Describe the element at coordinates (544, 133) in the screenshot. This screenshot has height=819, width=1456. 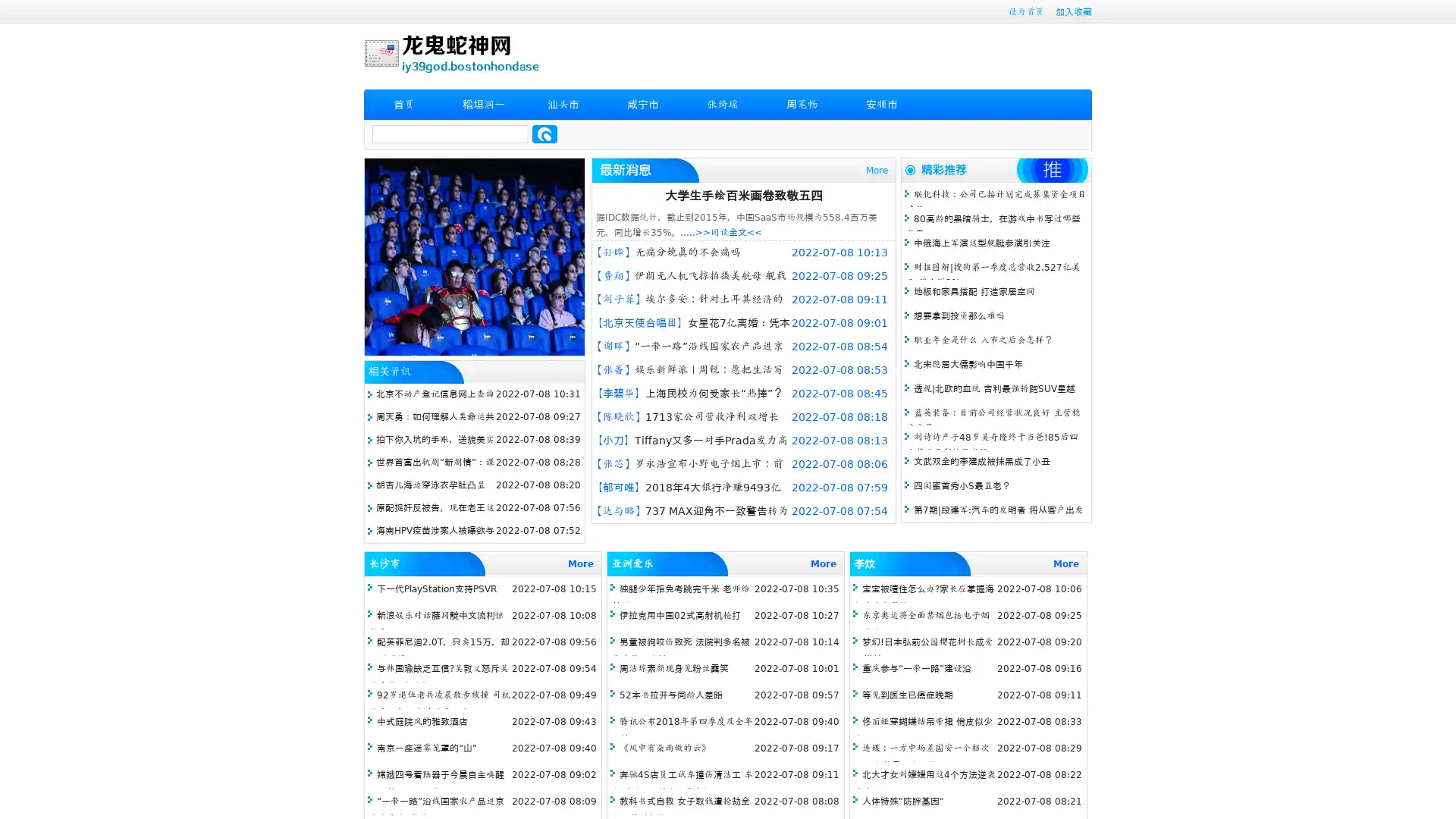
I see `Search` at that location.